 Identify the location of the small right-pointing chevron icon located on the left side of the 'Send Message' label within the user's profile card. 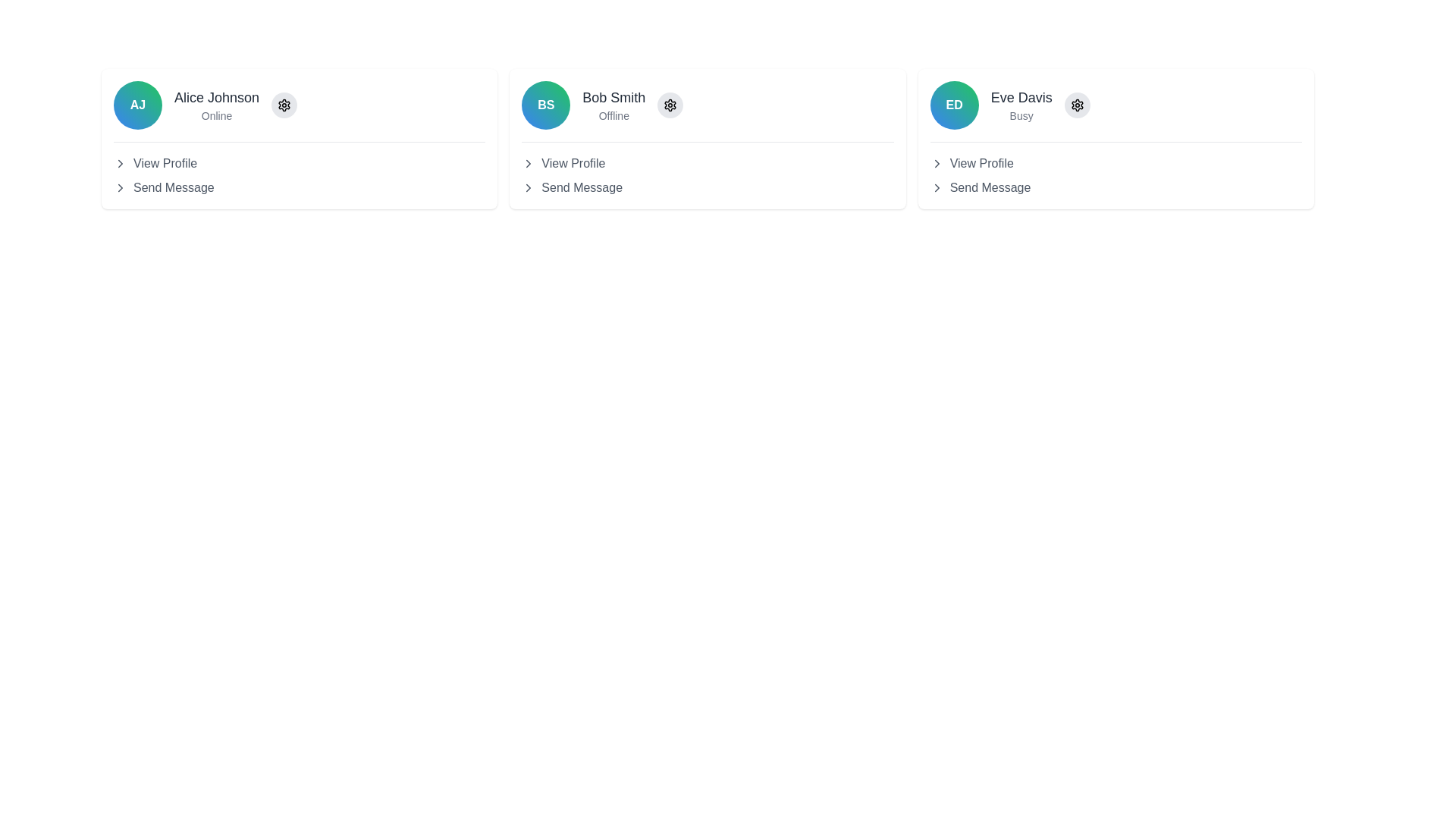
(119, 187).